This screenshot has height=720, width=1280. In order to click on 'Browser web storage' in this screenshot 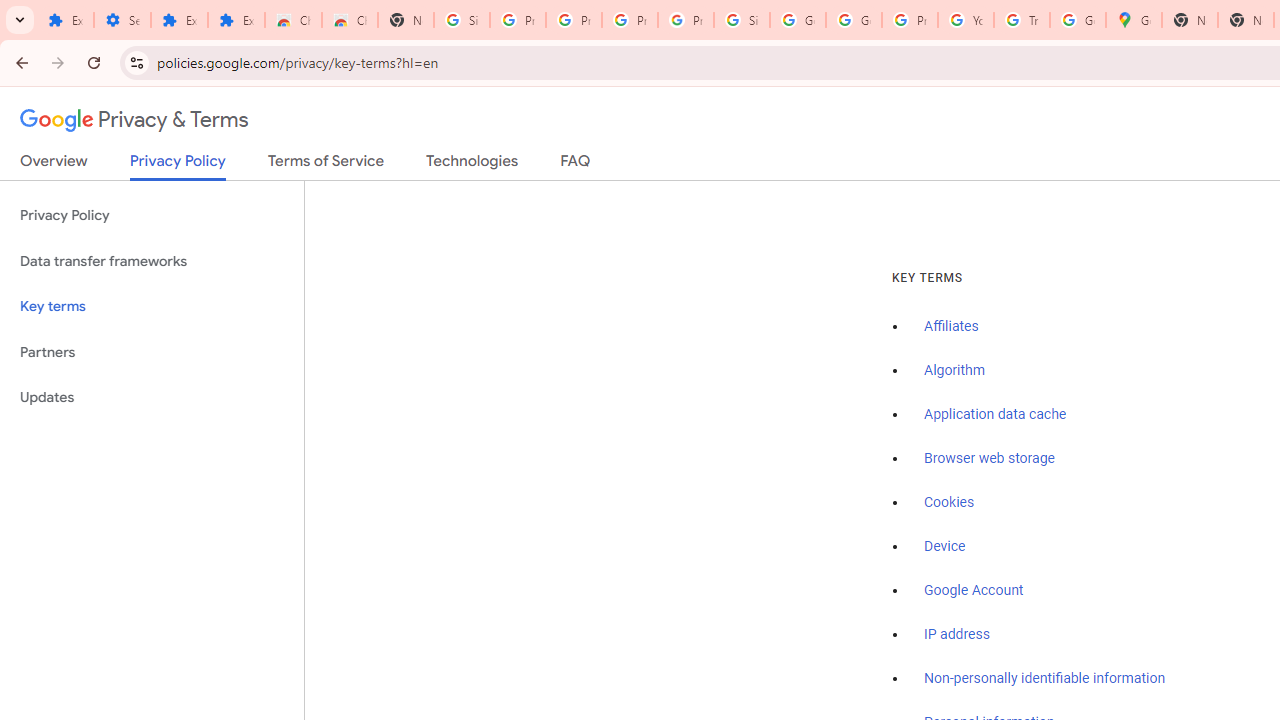, I will do `click(989, 458)`.